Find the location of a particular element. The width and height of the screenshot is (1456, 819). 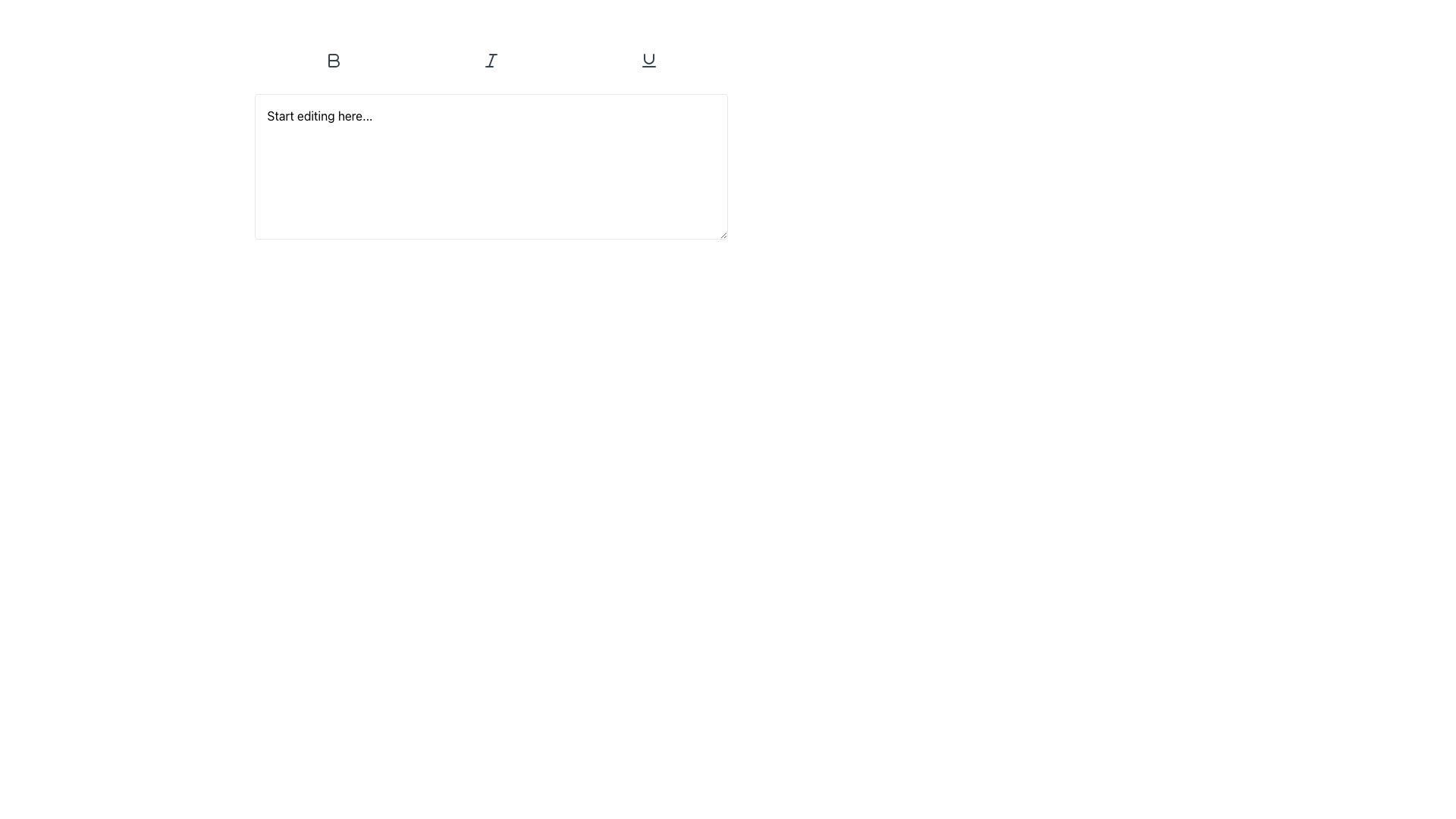

the center icon button in the horizontal toolbar to apply italic formatting to the selected text is located at coordinates (491, 60).